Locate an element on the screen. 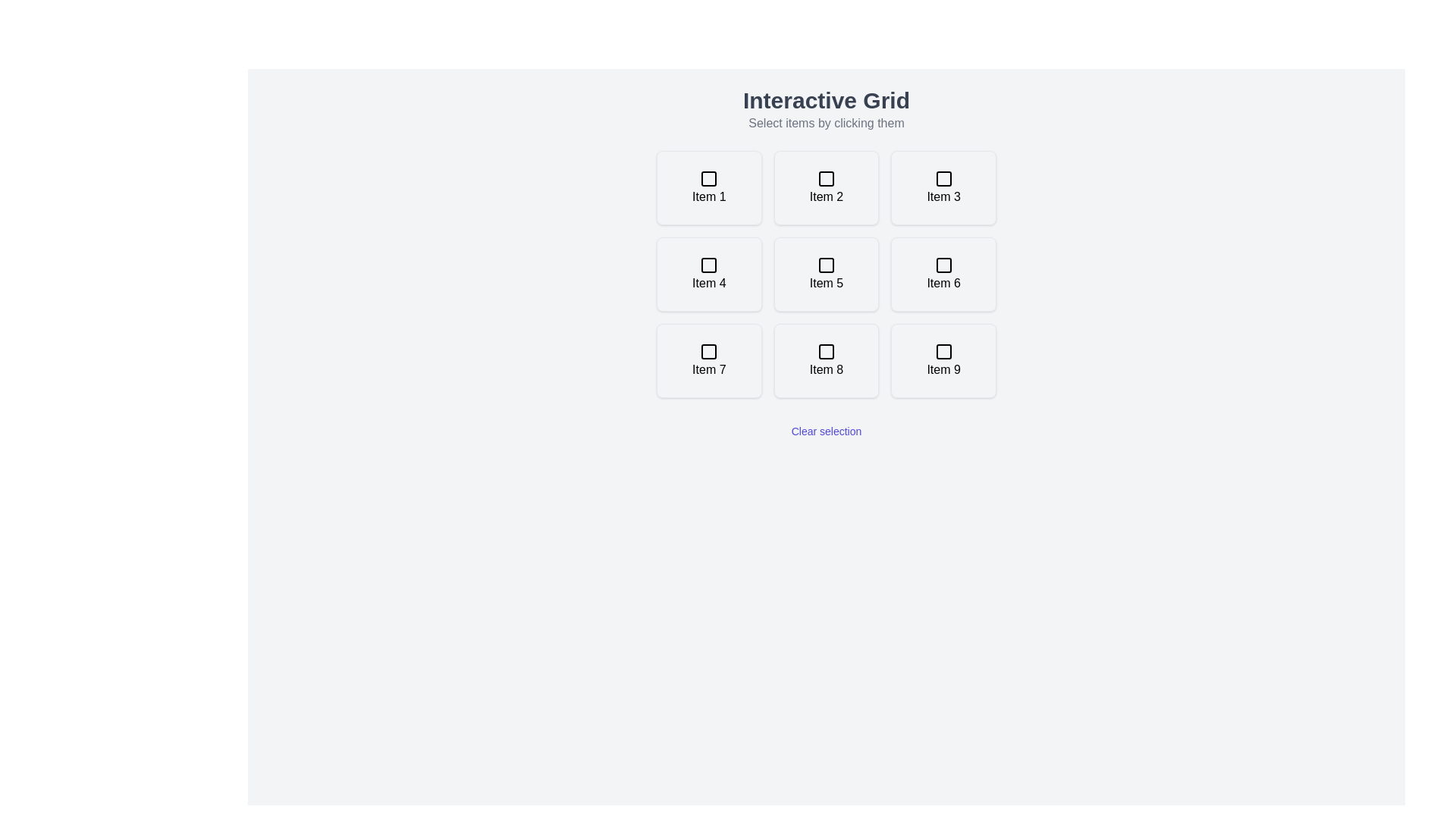 The width and height of the screenshot is (1456, 819). the icon located at the center of the 'Item 1' button in the top-left position of the 3x3 grid is located at coordinates (708, 177).